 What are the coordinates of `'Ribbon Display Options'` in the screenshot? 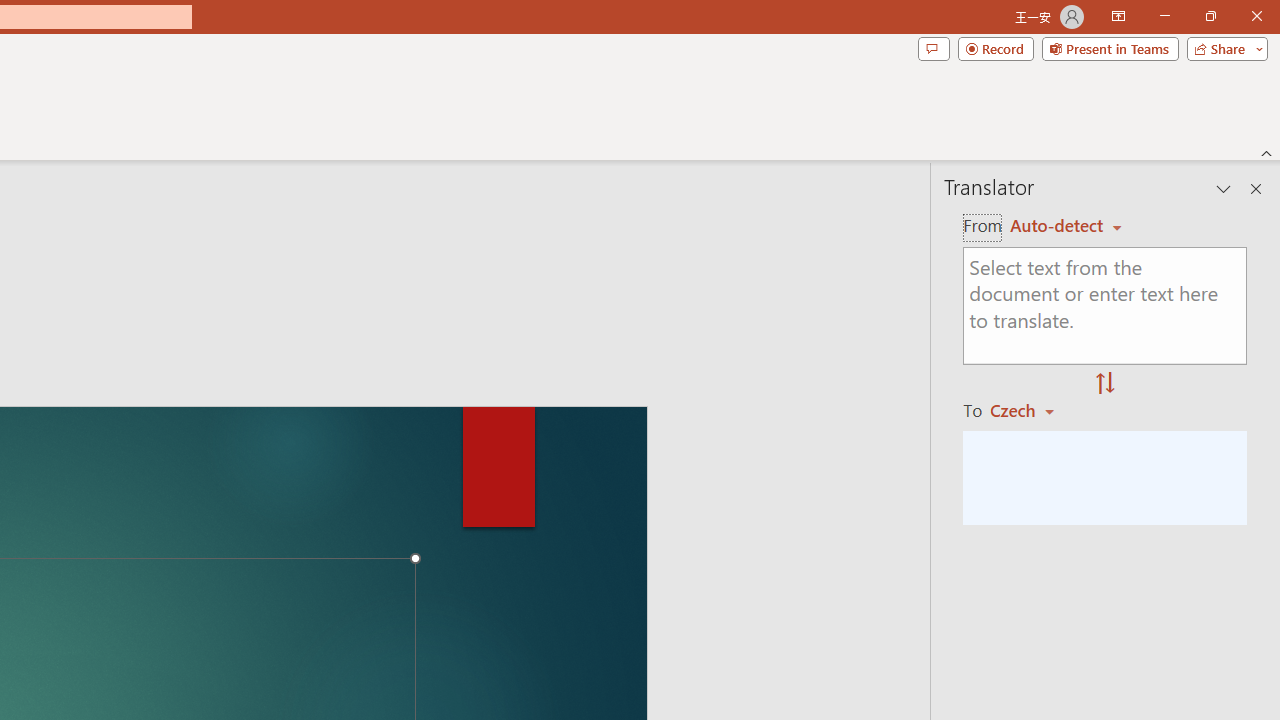 It's located at (1117, 16).